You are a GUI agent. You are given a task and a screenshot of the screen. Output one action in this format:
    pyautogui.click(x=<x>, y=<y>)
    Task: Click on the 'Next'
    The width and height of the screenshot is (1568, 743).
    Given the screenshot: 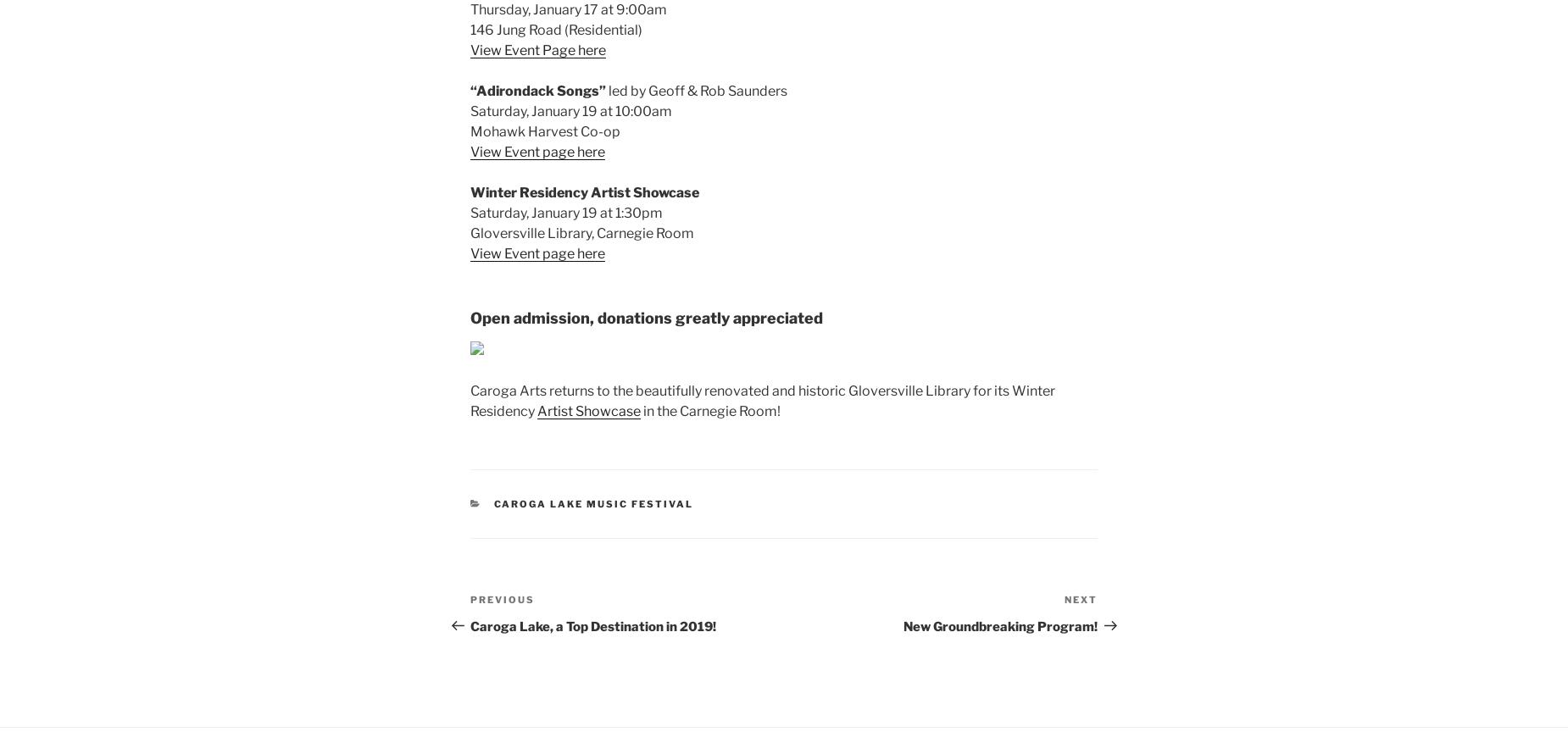 What is the action you would take?
    pyautogui.click(x=1080, y=599)
    